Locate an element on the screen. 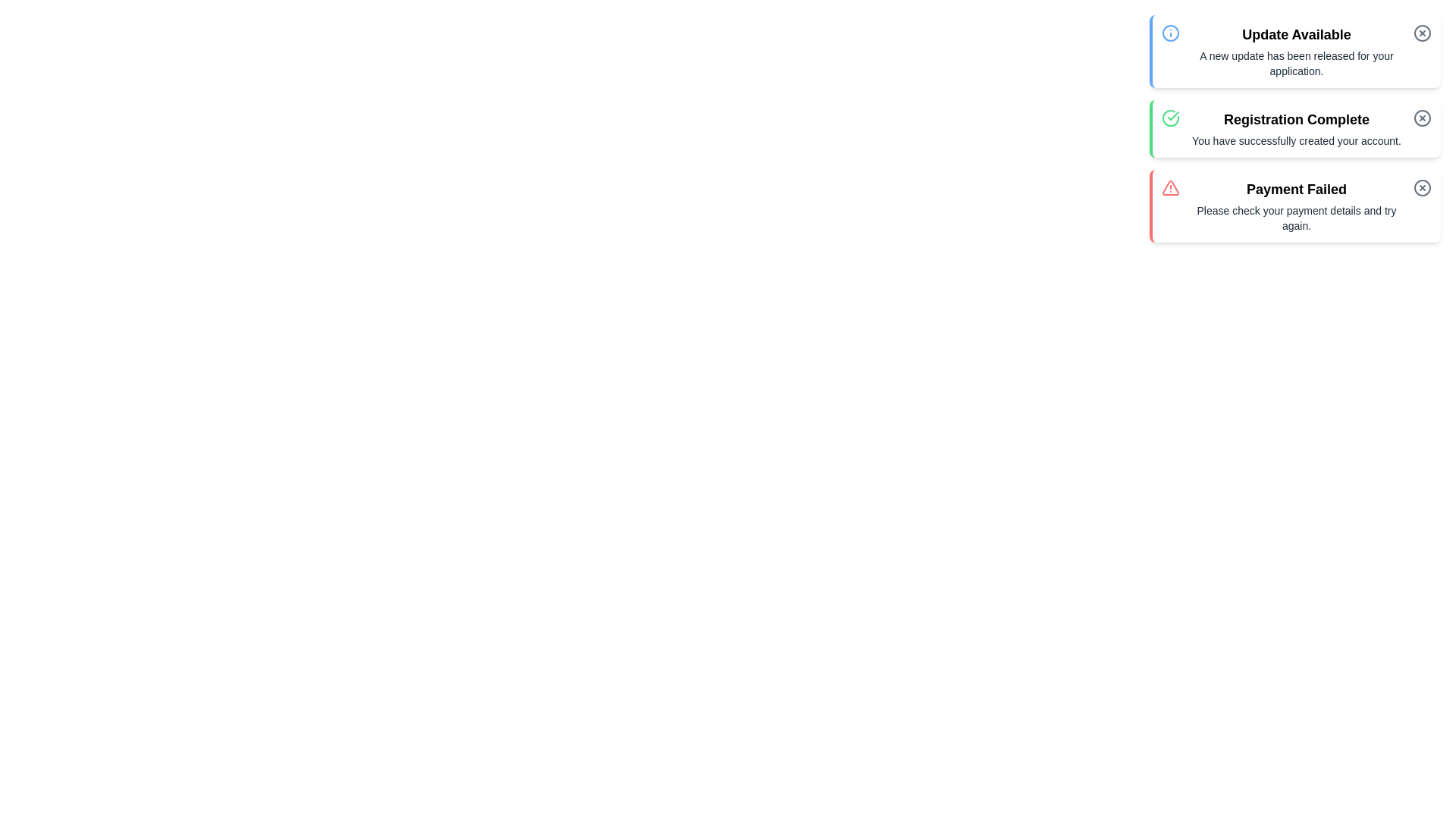 The height and width of the screenshot is (819, 1456). the 'Registration Complete' status text label located in the middle notification box of the vertical stack of notifications is located at coordinates (1295, 119).